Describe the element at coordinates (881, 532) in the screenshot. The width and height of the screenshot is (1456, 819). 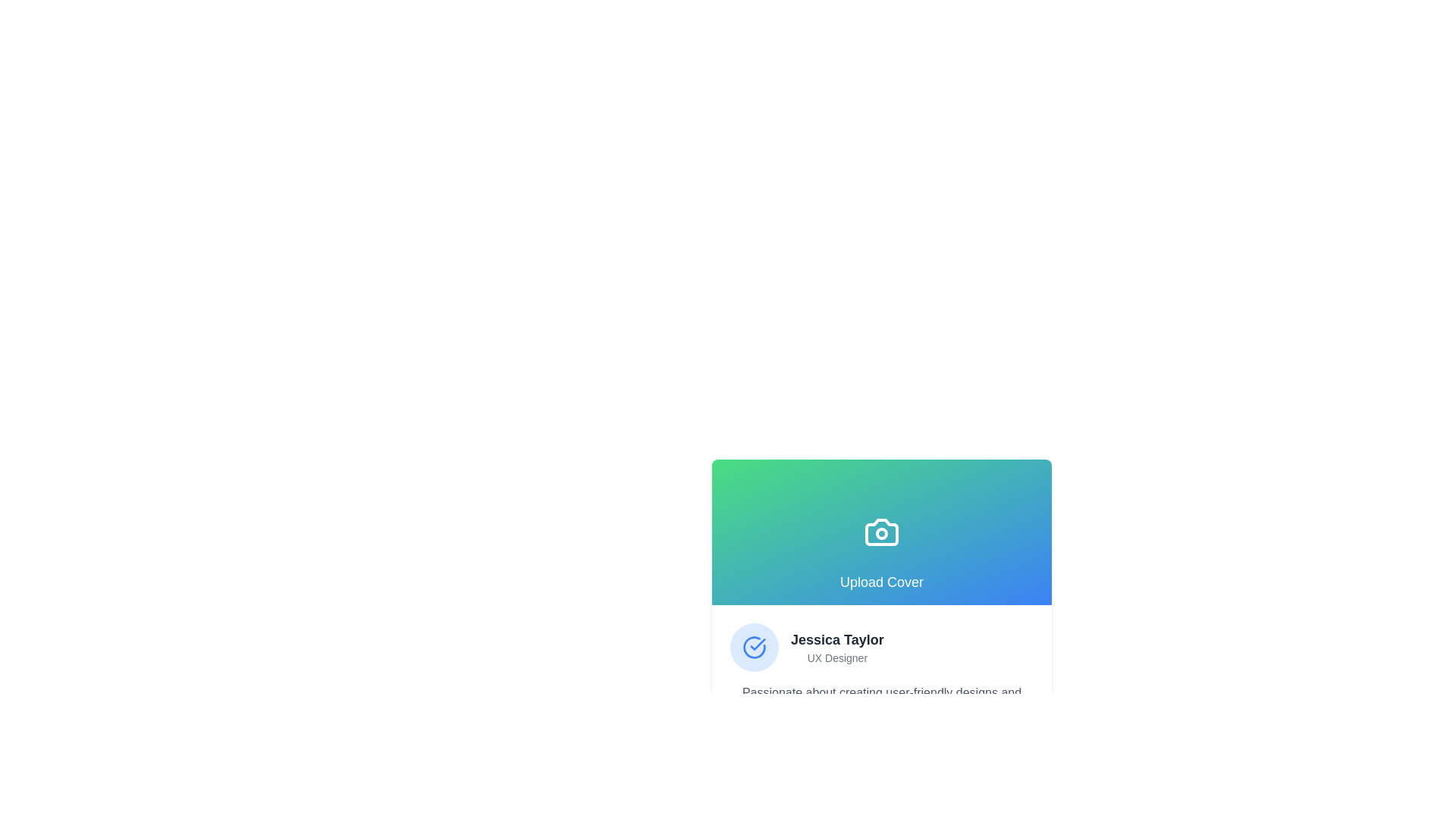
I see `the interactive placeholder for uploading a cover image, located above the text 'Jessica Taylor,' 'UX Designer,' and additional description elements` at that location.